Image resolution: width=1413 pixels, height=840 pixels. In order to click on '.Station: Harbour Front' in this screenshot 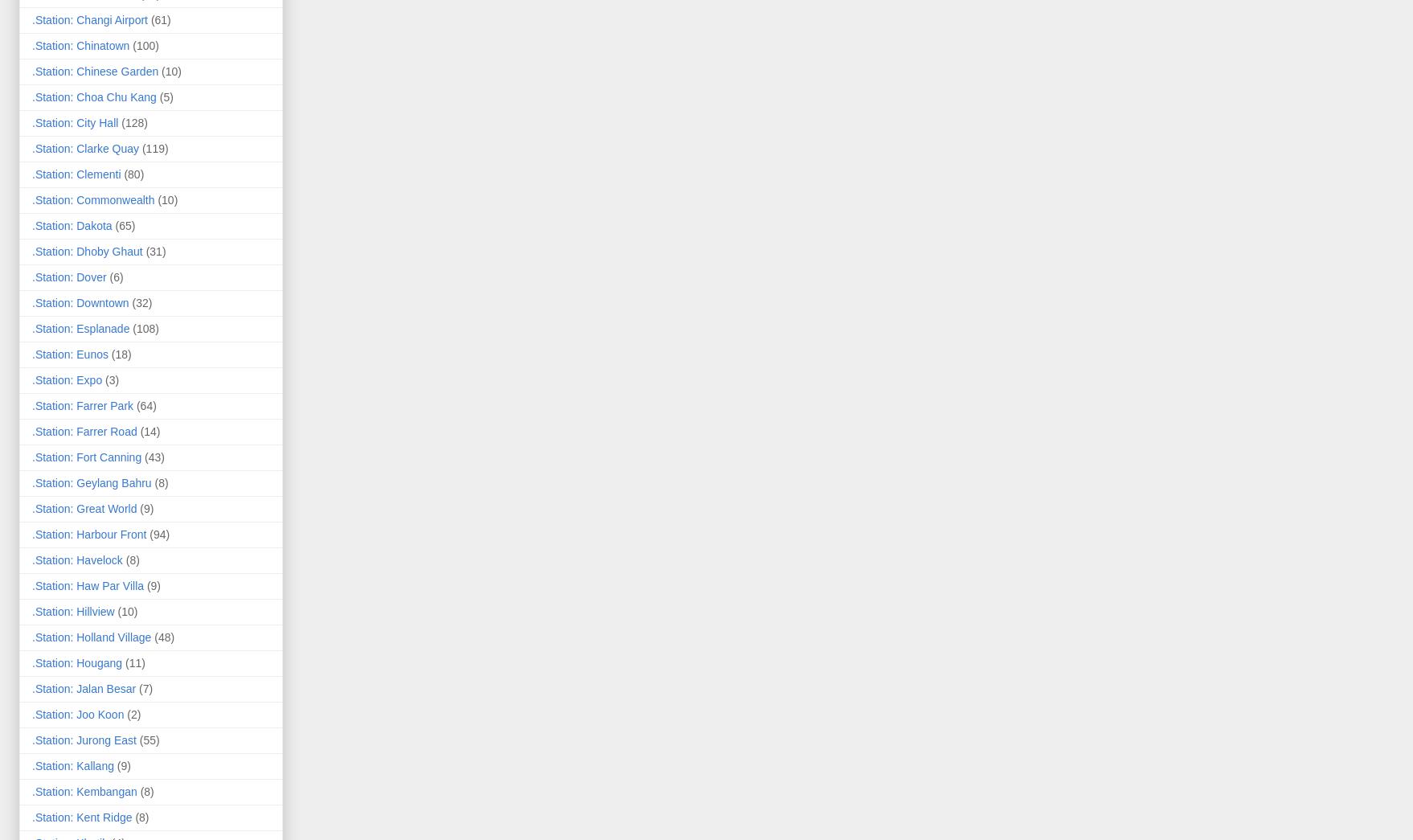, I will do `click(88, 533)`.